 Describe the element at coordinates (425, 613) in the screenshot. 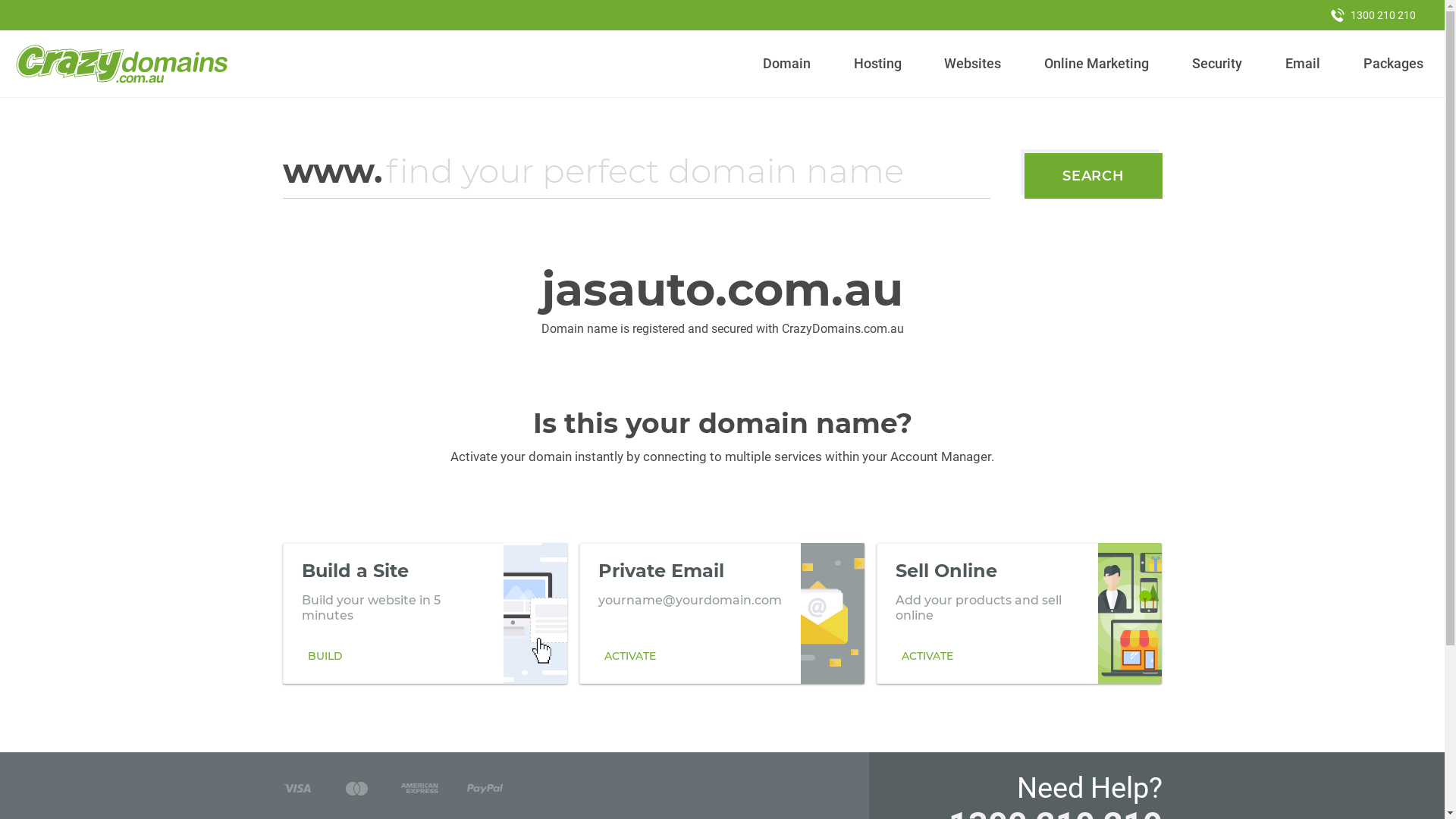

I see `'Build a Site` at that location.